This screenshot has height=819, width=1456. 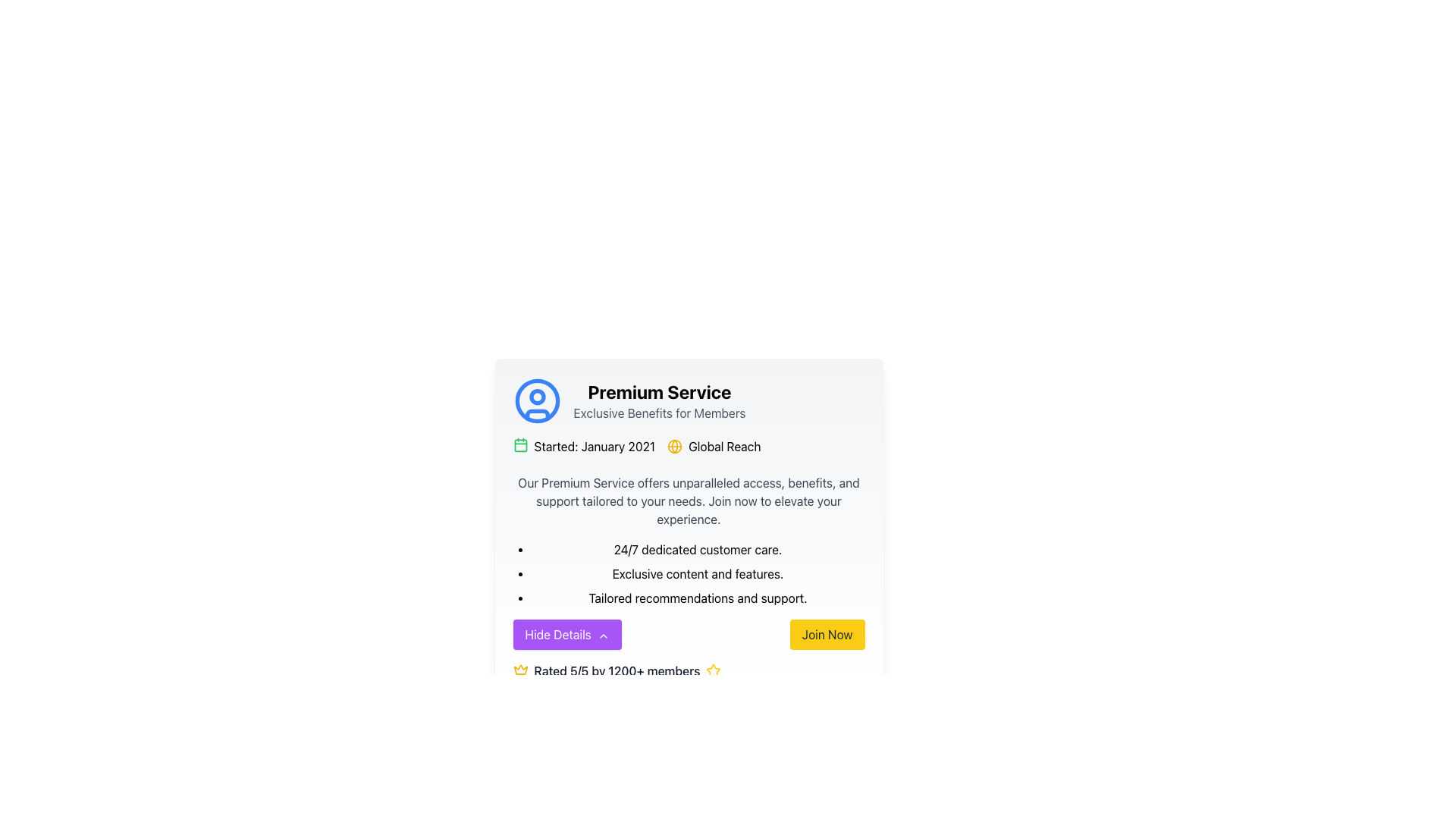 I want to click on text of the 'Global Reach' label, which is a textual component positioned to the right of a yellow globe icon in the top-right section of the content panel, so click(x=723, y=446).